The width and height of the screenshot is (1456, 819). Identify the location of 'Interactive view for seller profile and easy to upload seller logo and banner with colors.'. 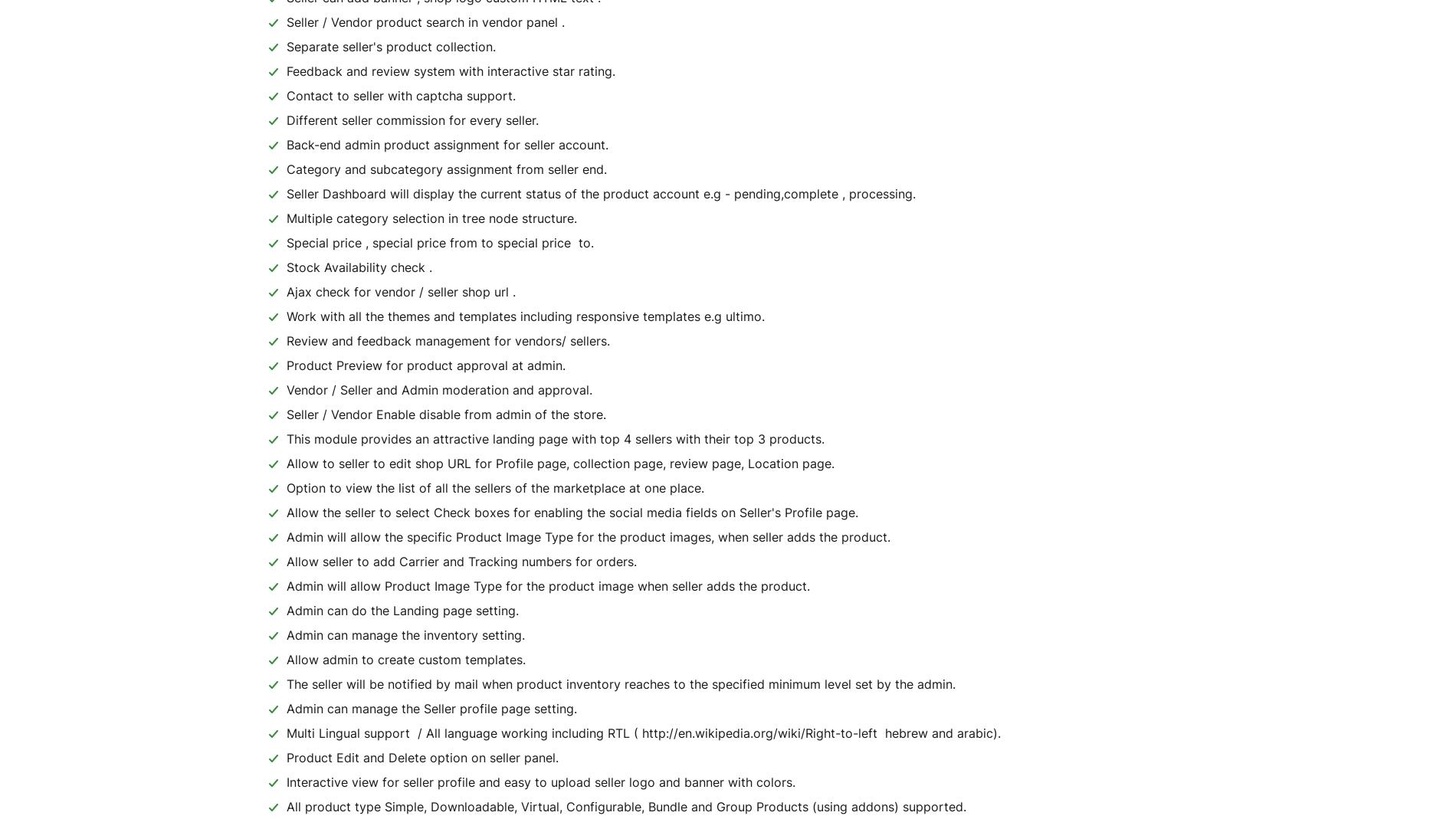
(541, 782).